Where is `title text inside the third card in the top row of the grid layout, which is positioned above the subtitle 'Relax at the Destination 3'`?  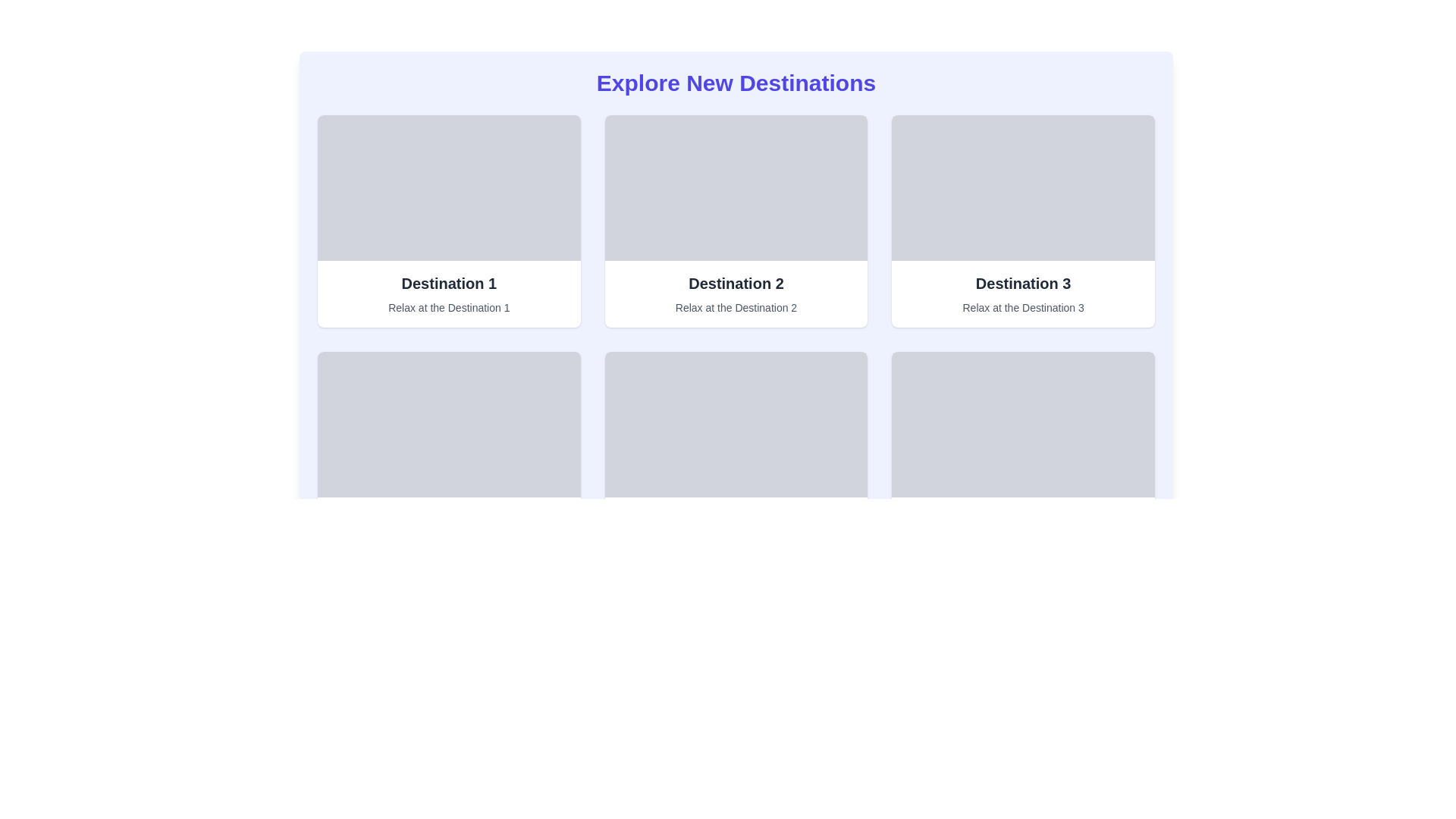 title text inside the third card in the top row of the grid layout, which is positioned above the subtitle 'Relax at the Destination 3' is located at coordinates (1023, 284).